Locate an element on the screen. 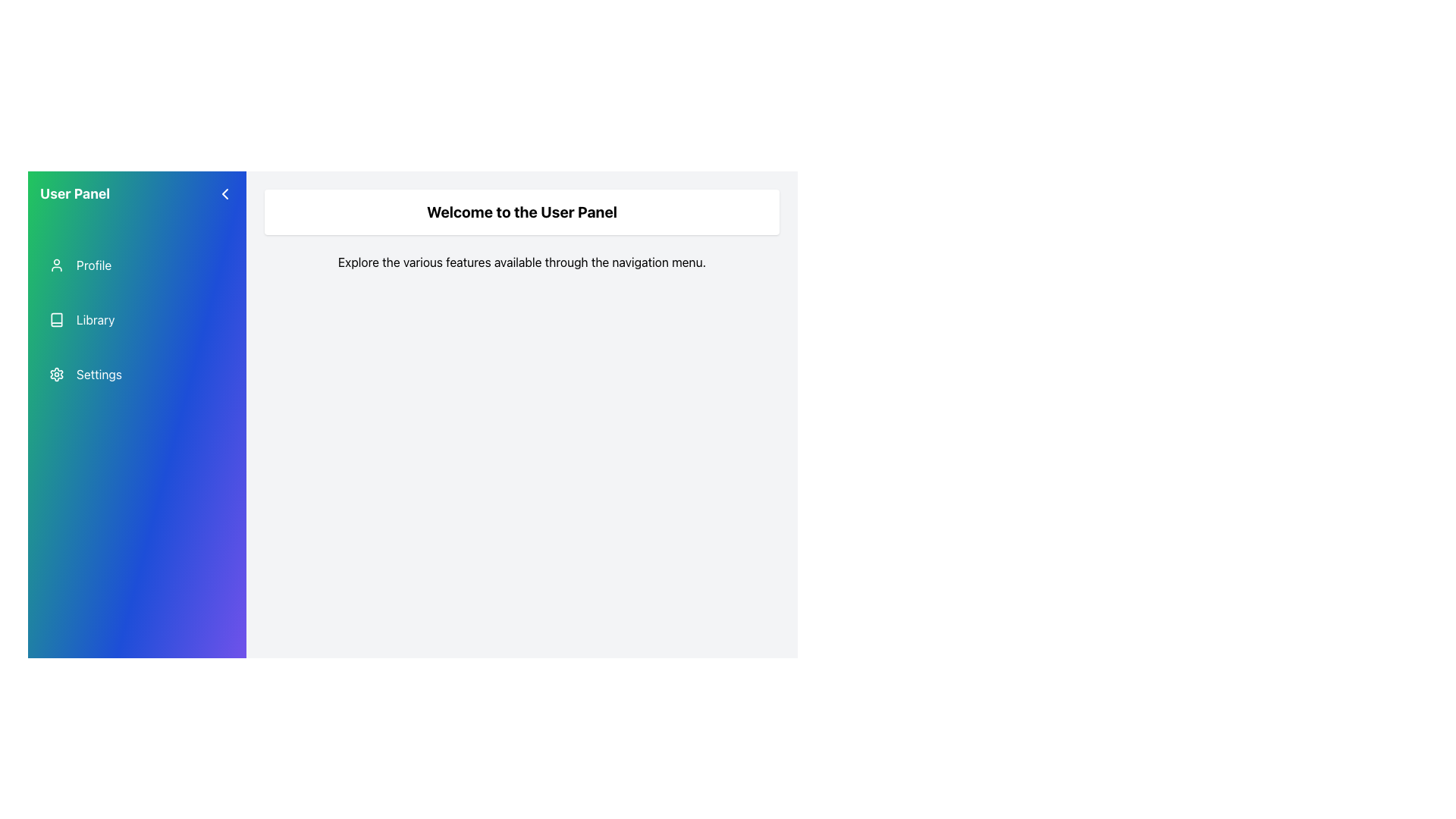 This screenshot has height=819, width=1456. the static text element that reads 'Explore the various features available through the navigation menu.', which is located directly below the title 'Welcome to the User Panel' is located at coordinates (522, 262).